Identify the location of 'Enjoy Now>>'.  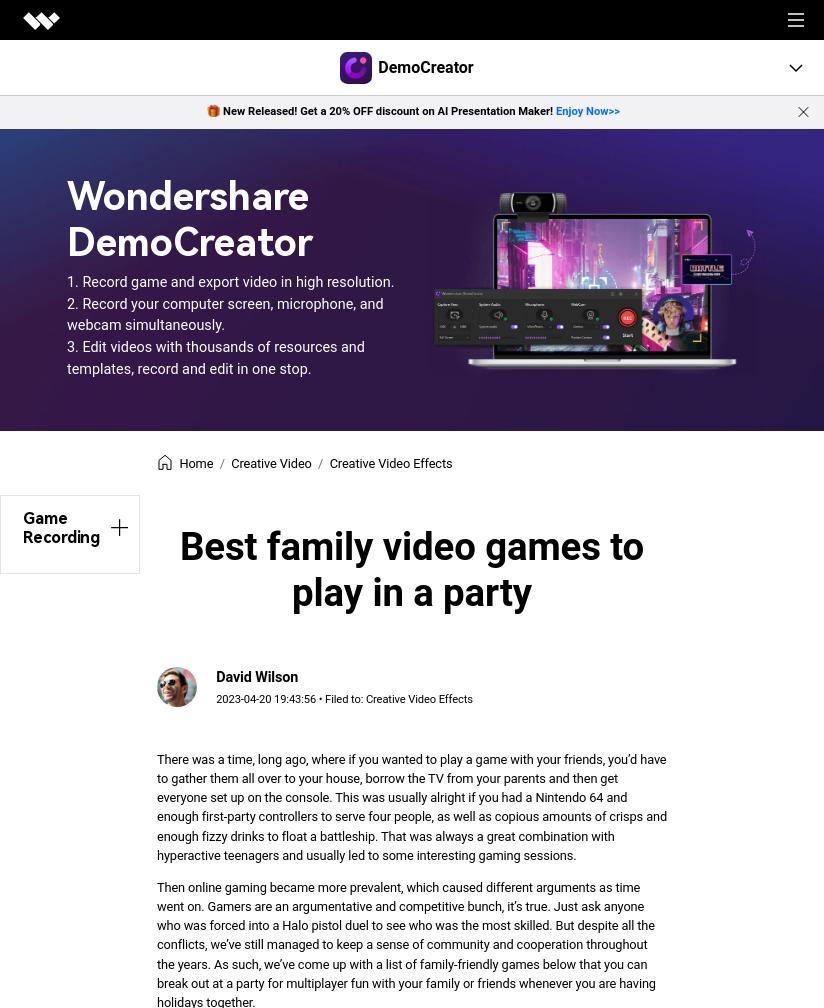
(587, 111).